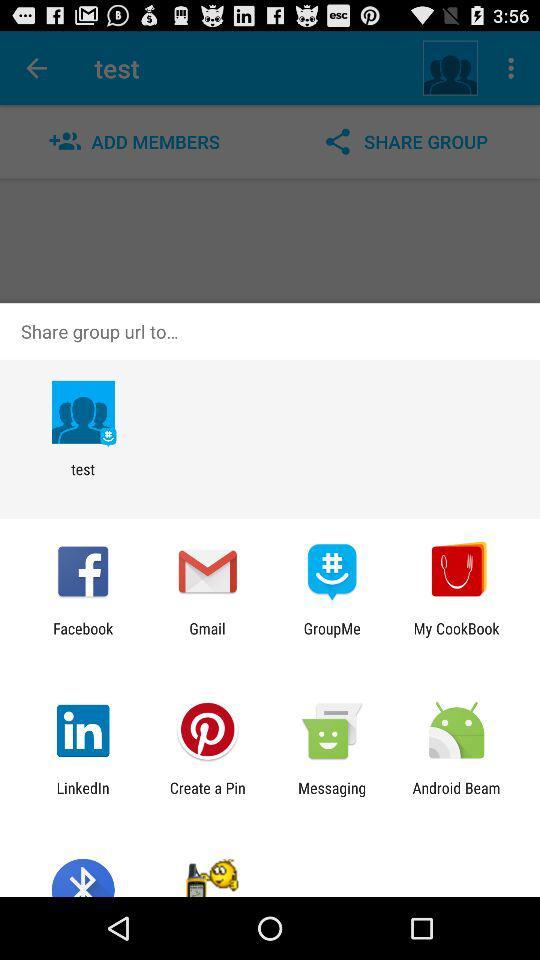 The height and width of the screenshot is (960, 540). What do you see at coordinates (456, 796) in the screenshot?
I see `android beam icon` at bounding box center [456, 796].